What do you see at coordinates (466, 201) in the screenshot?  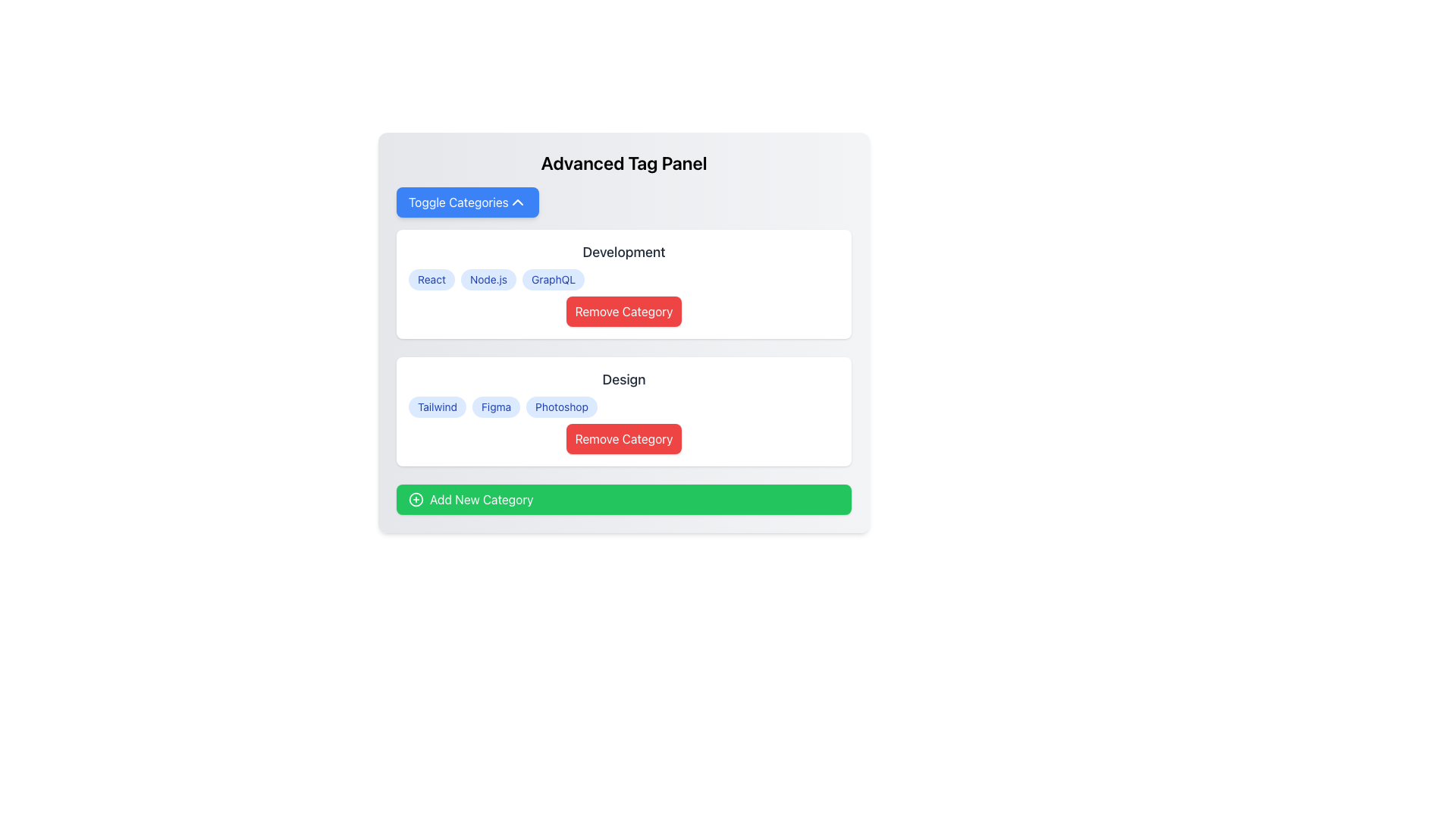 I see `the blue 'Toggle Categories' button with rounded corners located in the 'Advanced Tag Panel' section` at bounding box center [466, 201].